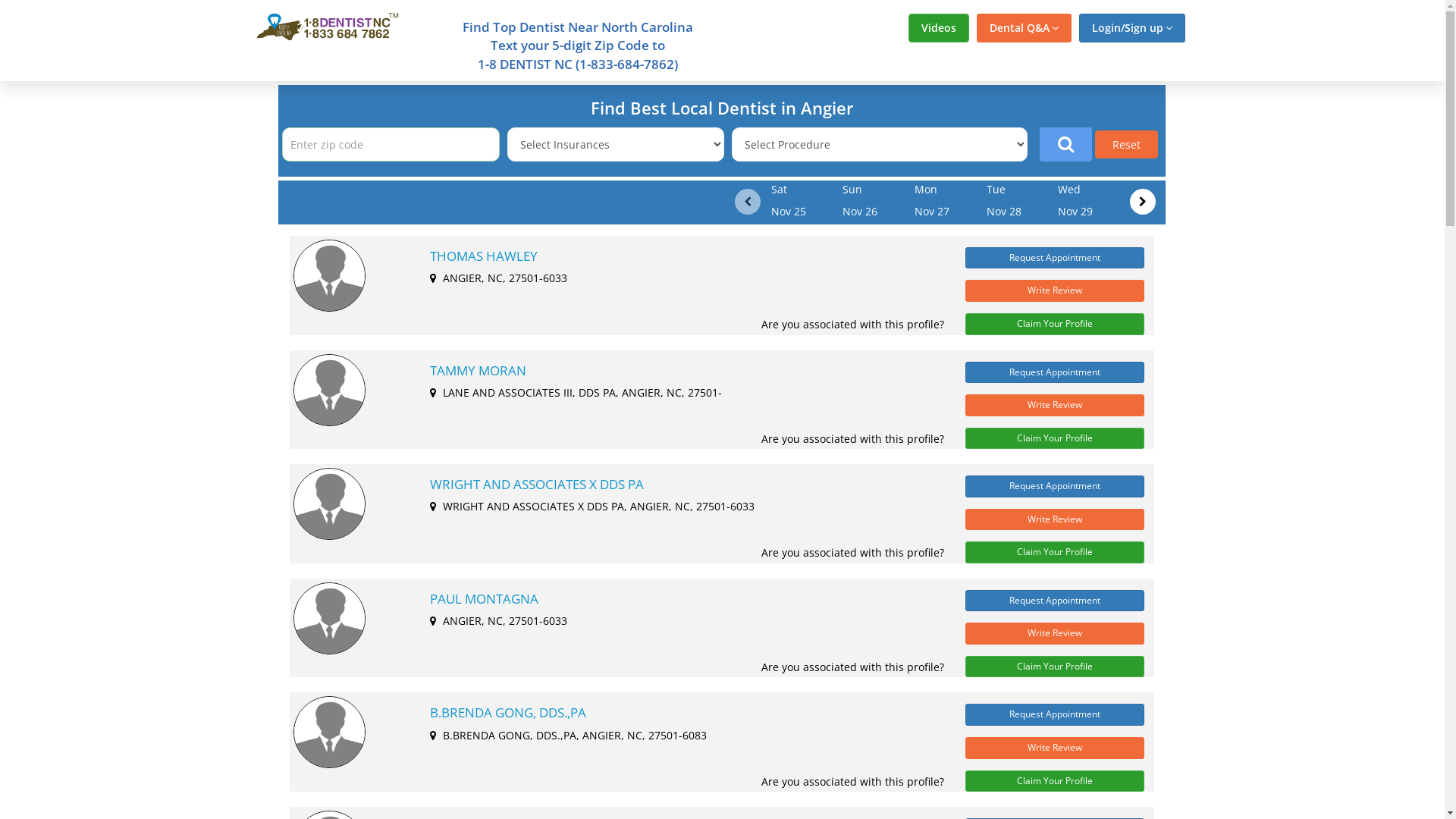 The width and height of the screenshot is (1456, 819). Describe the element at coordinates (1131, 28) in the screenshot. I see `'Login/Sign up'` at that location.